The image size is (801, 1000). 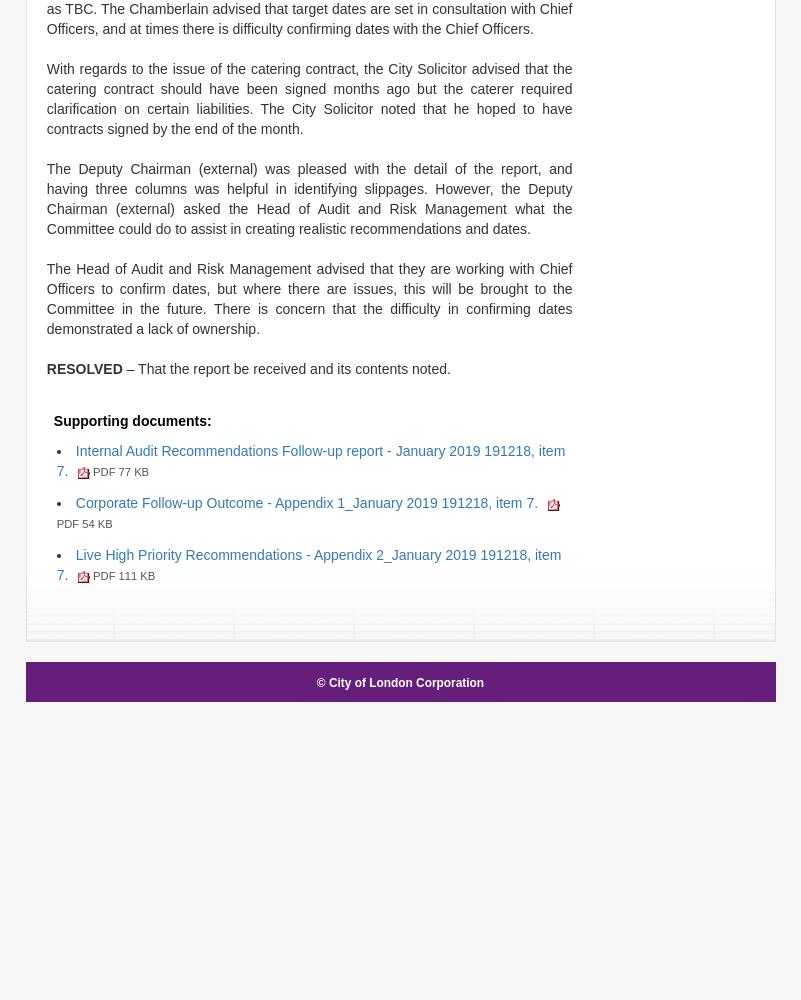 I want to click on 'RESOLVED', so click(x=84, y=367).